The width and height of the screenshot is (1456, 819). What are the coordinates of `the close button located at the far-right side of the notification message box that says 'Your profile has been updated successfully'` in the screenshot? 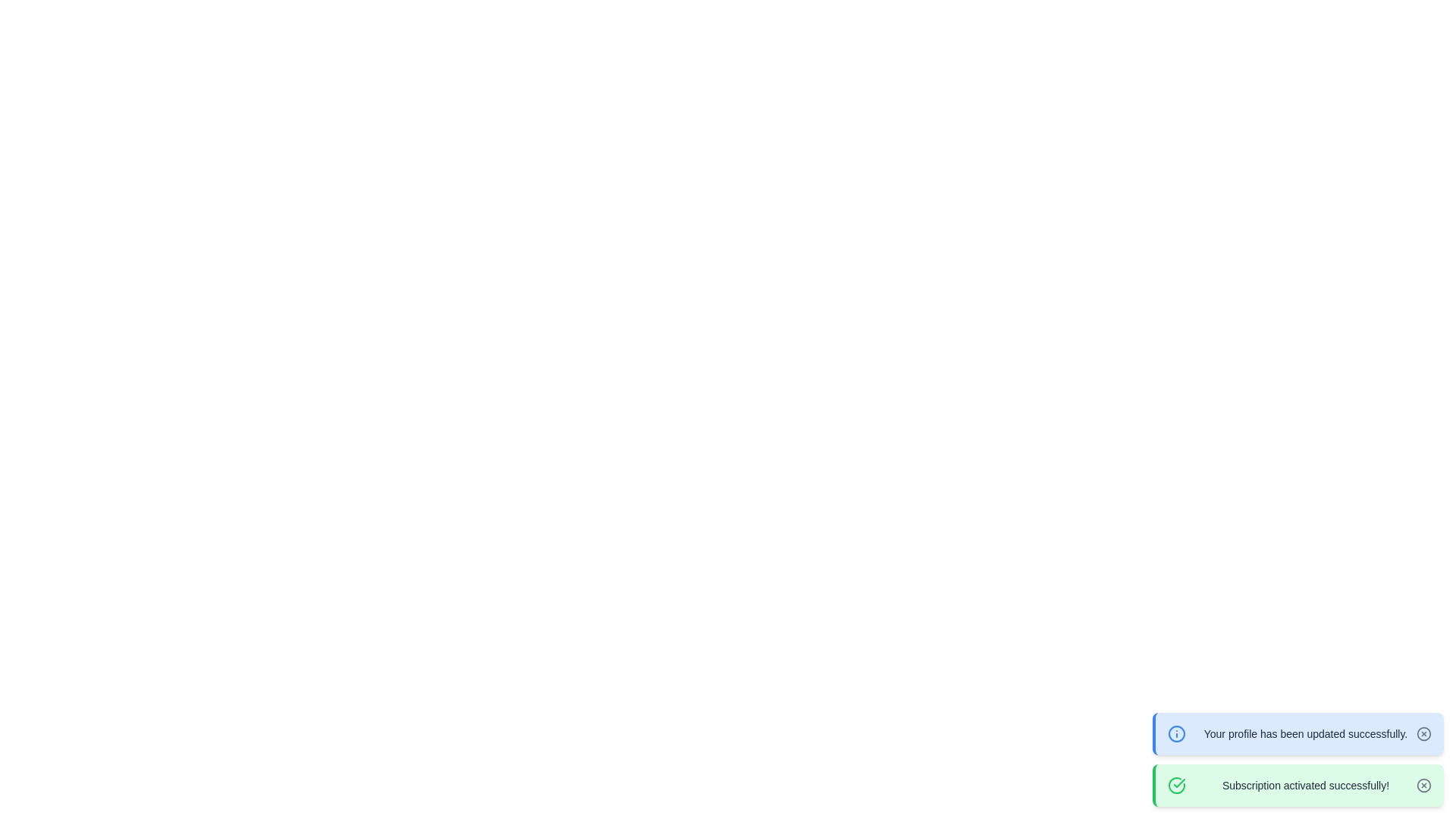 It's located at (1423, 733).